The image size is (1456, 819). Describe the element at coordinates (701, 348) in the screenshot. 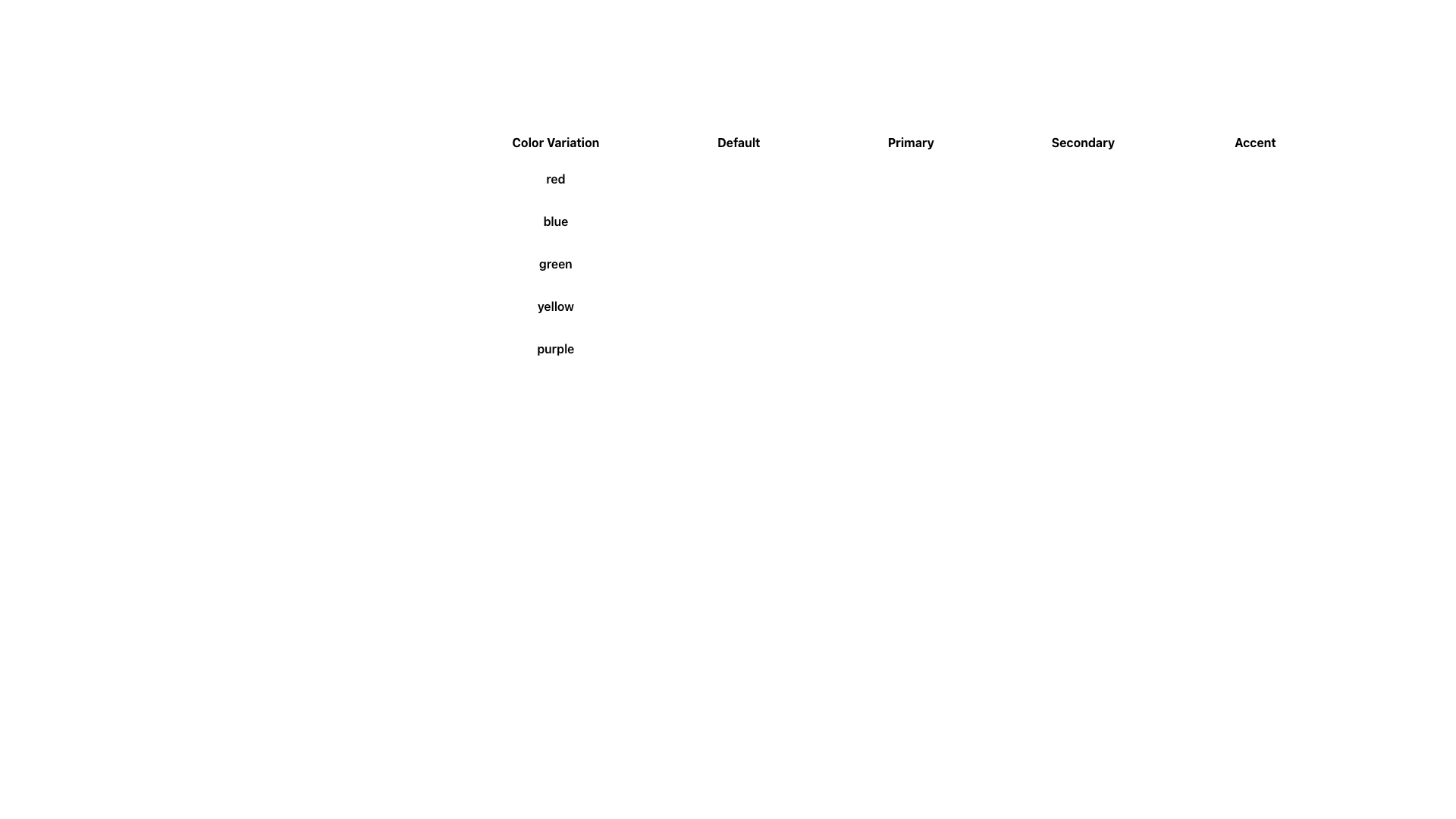

I see `the button labeled 'purple' located in the last row of the list under the Default column for keyboard interaction` at that location.